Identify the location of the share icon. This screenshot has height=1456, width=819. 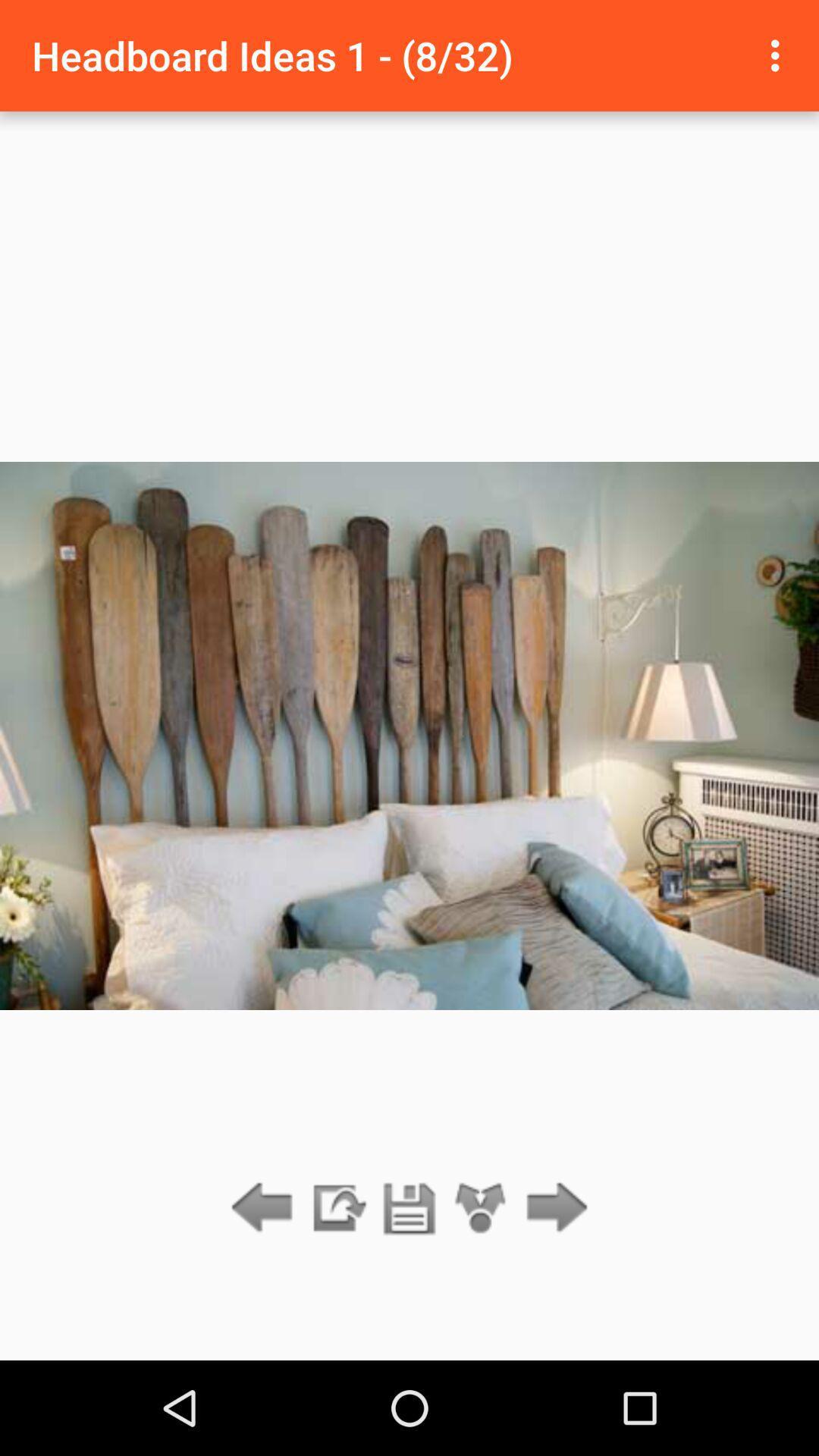
(481, 1208).